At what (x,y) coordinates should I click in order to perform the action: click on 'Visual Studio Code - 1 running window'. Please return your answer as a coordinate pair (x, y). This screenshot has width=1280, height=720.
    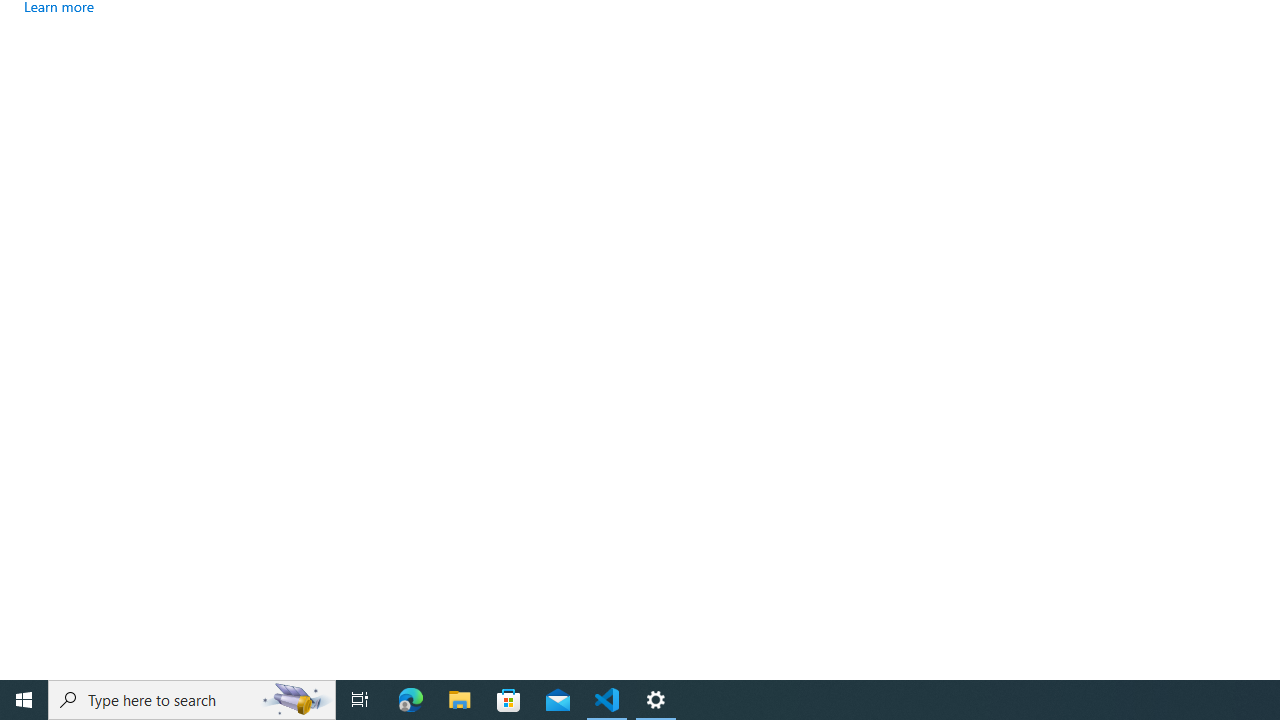
    Looking at the image, I should click on (606, 698).